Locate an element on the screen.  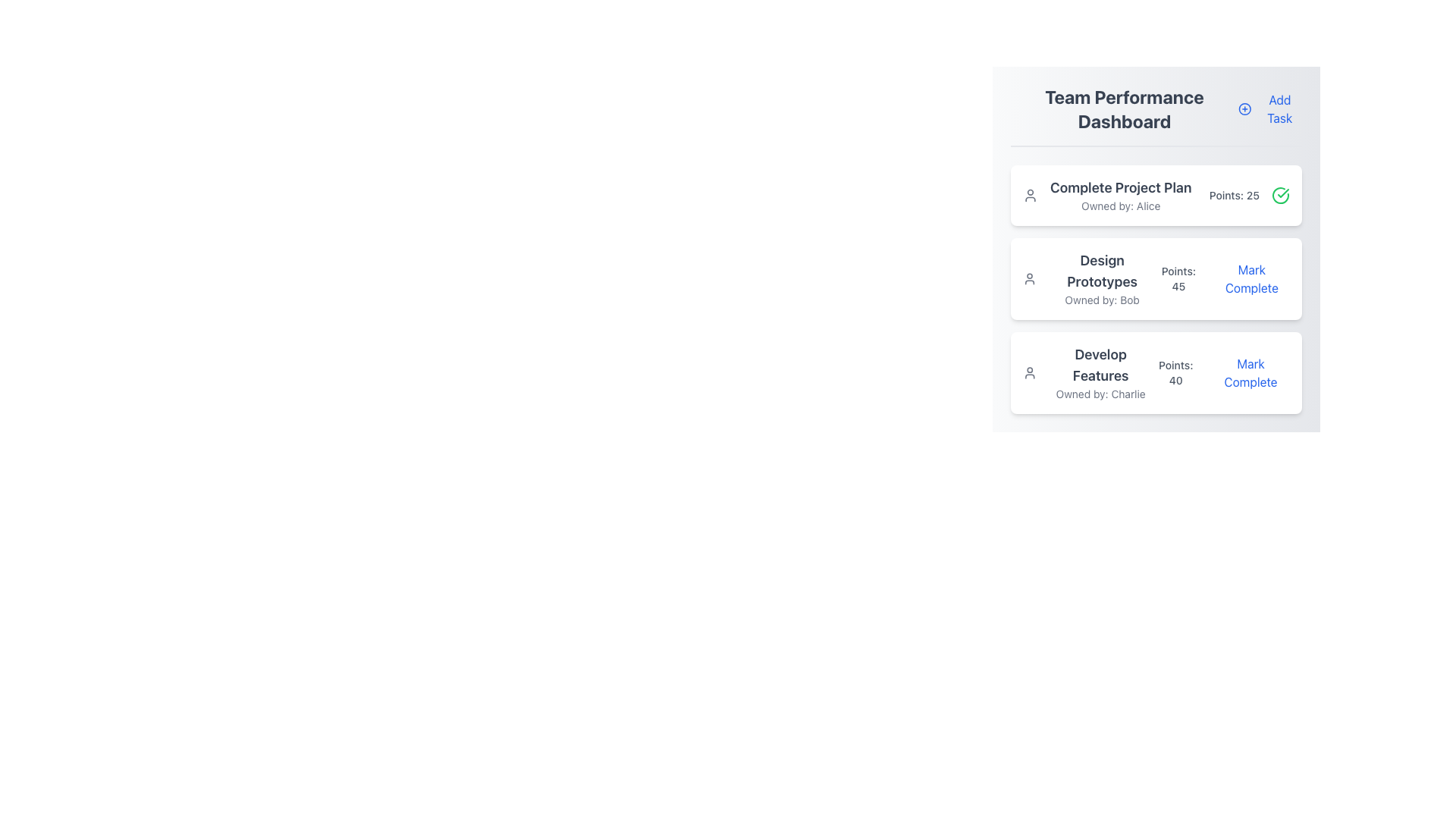
the informational text label that displays 'Develop Features' in bold with the subtext 'Owned by: Charlie' and includes a user avatar icon to the left is located at coordinates (1087, 373).